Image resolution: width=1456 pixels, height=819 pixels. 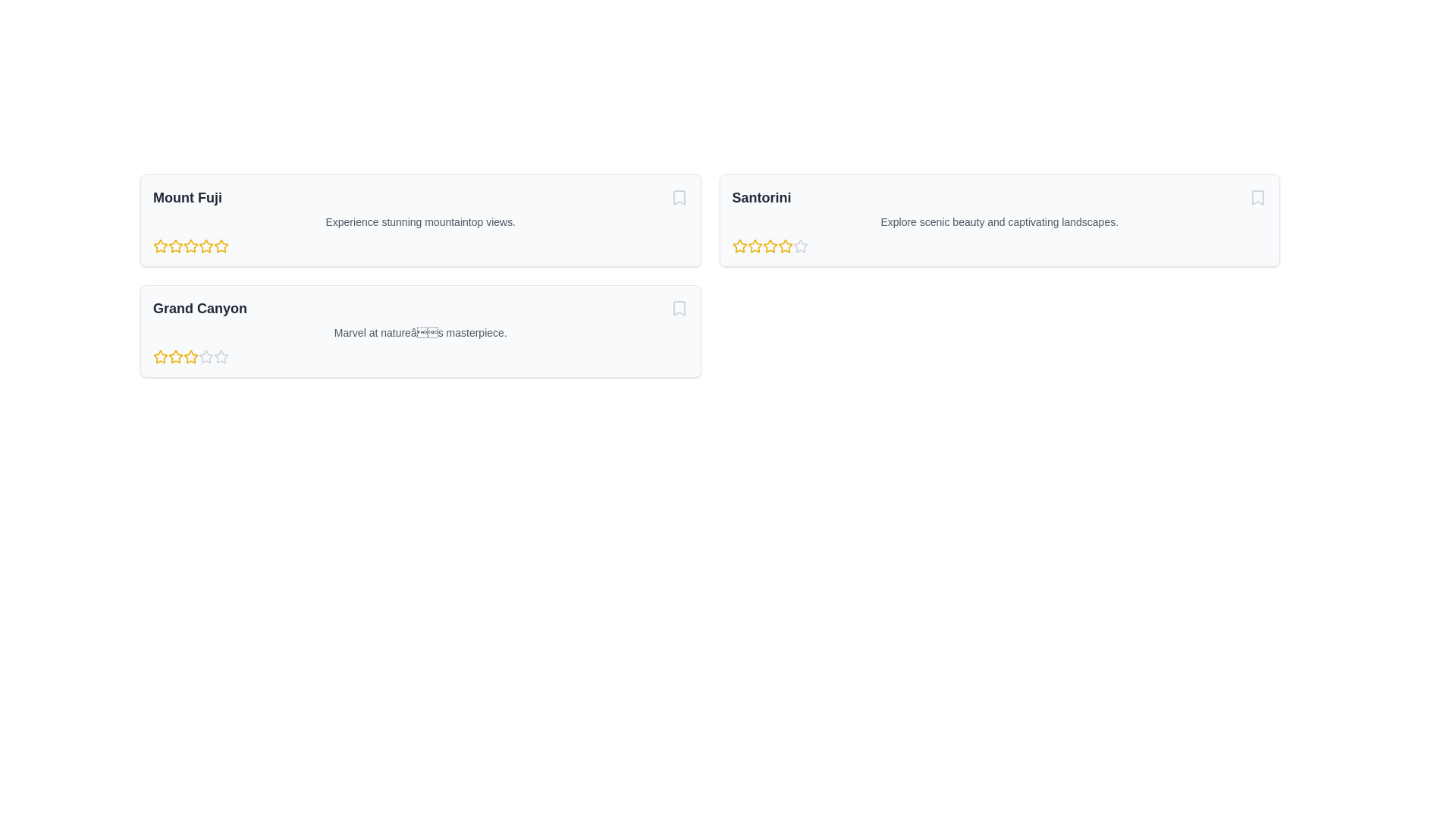 I want to click on the Bookmark icon for the destination Grand Canyon to toggle its favorite status, so click(x=678, y=308).